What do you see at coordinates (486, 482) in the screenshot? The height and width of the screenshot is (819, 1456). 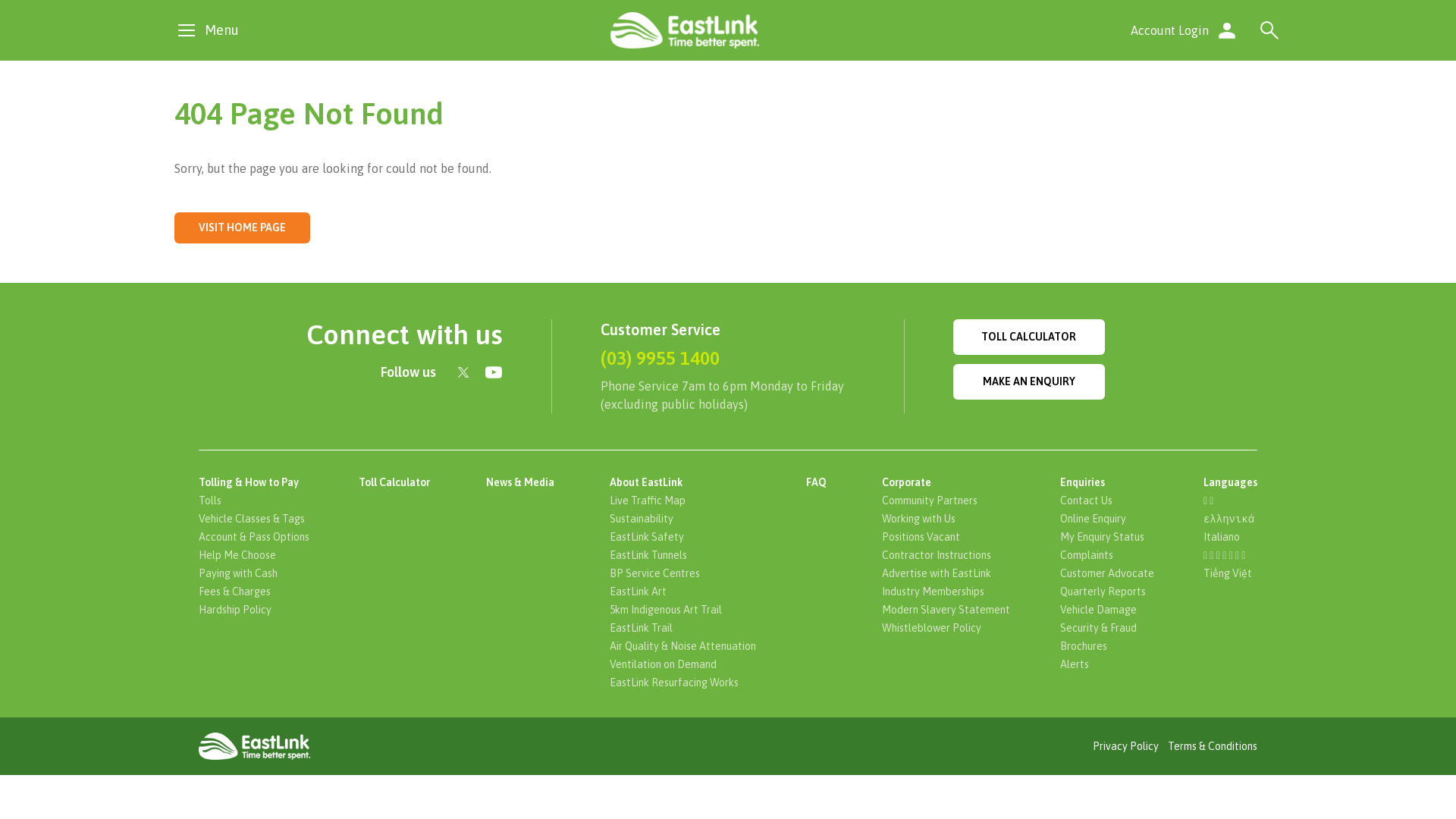 I see `'News & Media'` at bounding box center [486, 482].